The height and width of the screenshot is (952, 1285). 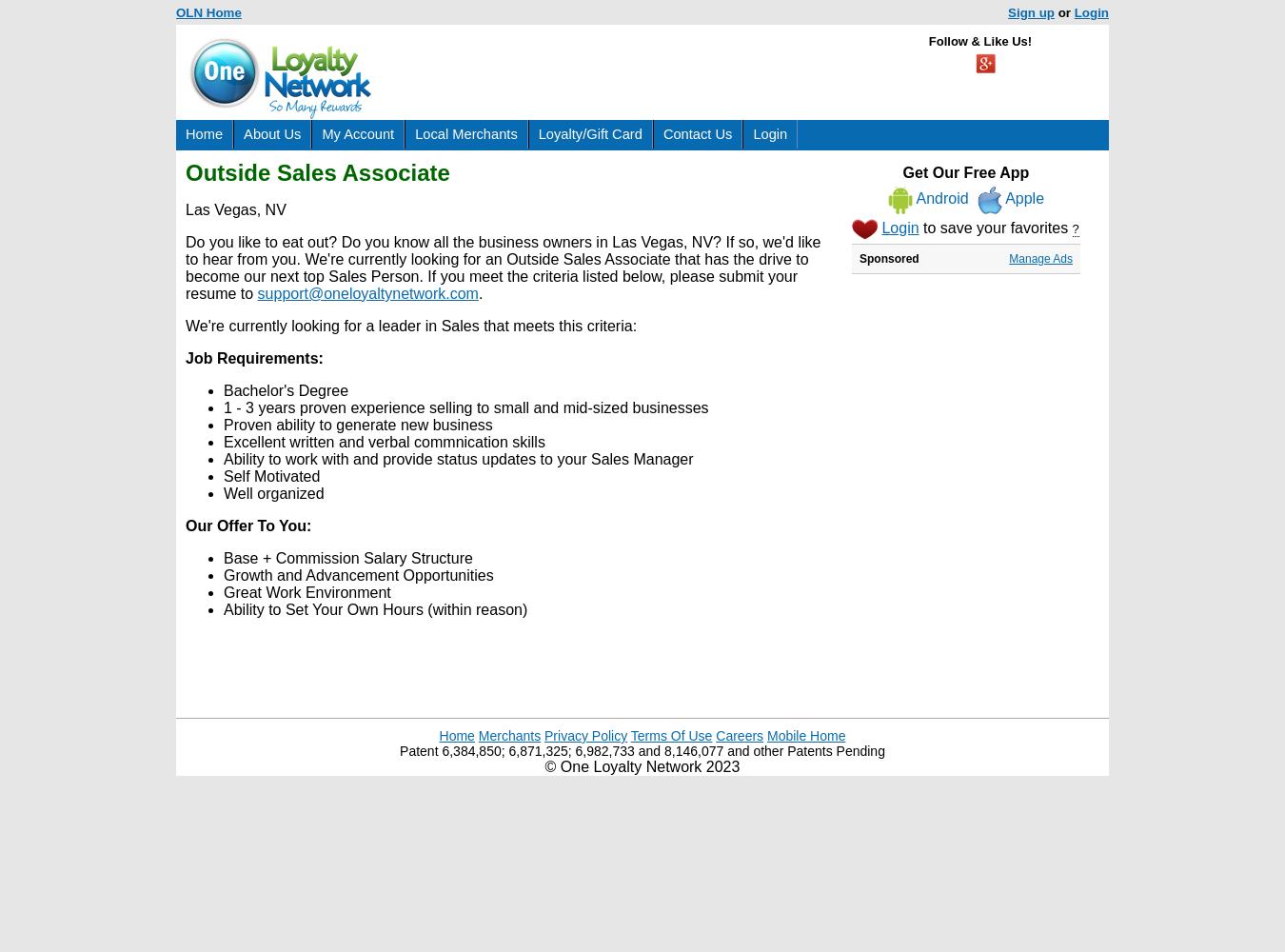 I want to click on 'Mobile Home', so click(x=805, y=736).